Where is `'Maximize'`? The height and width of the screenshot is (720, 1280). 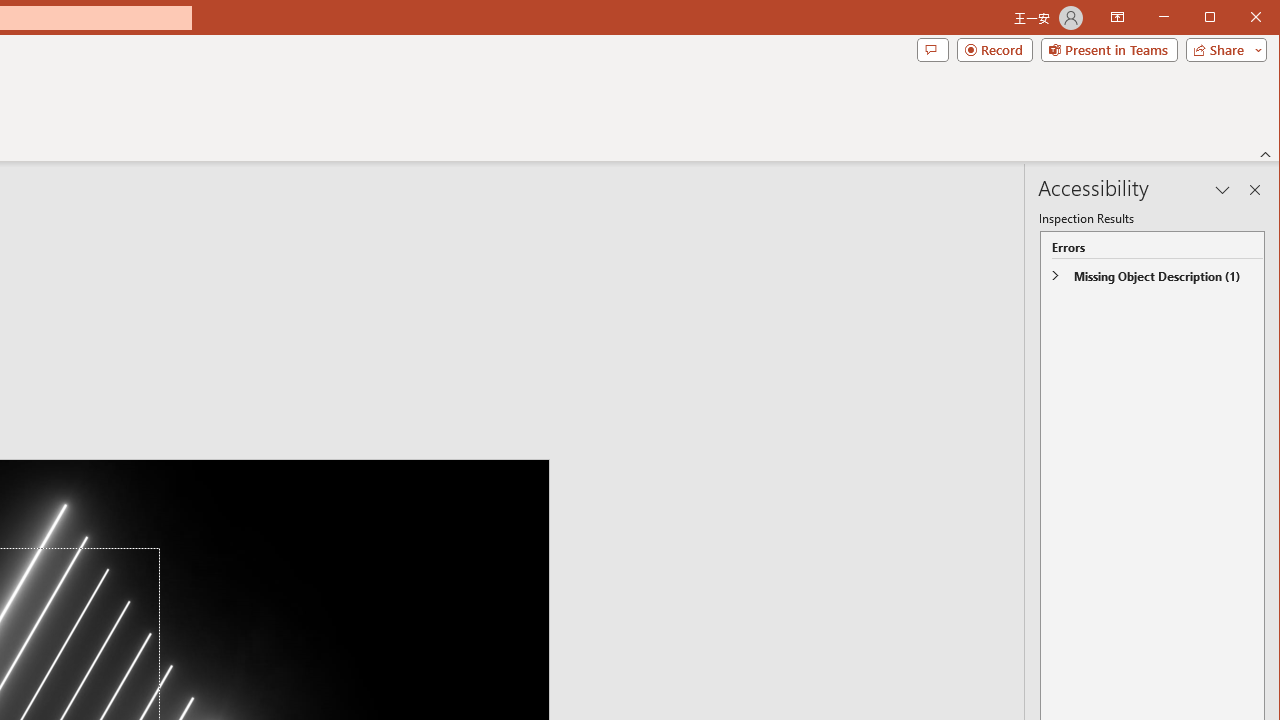
'Maximize' is located at coordinates (1238, 19).